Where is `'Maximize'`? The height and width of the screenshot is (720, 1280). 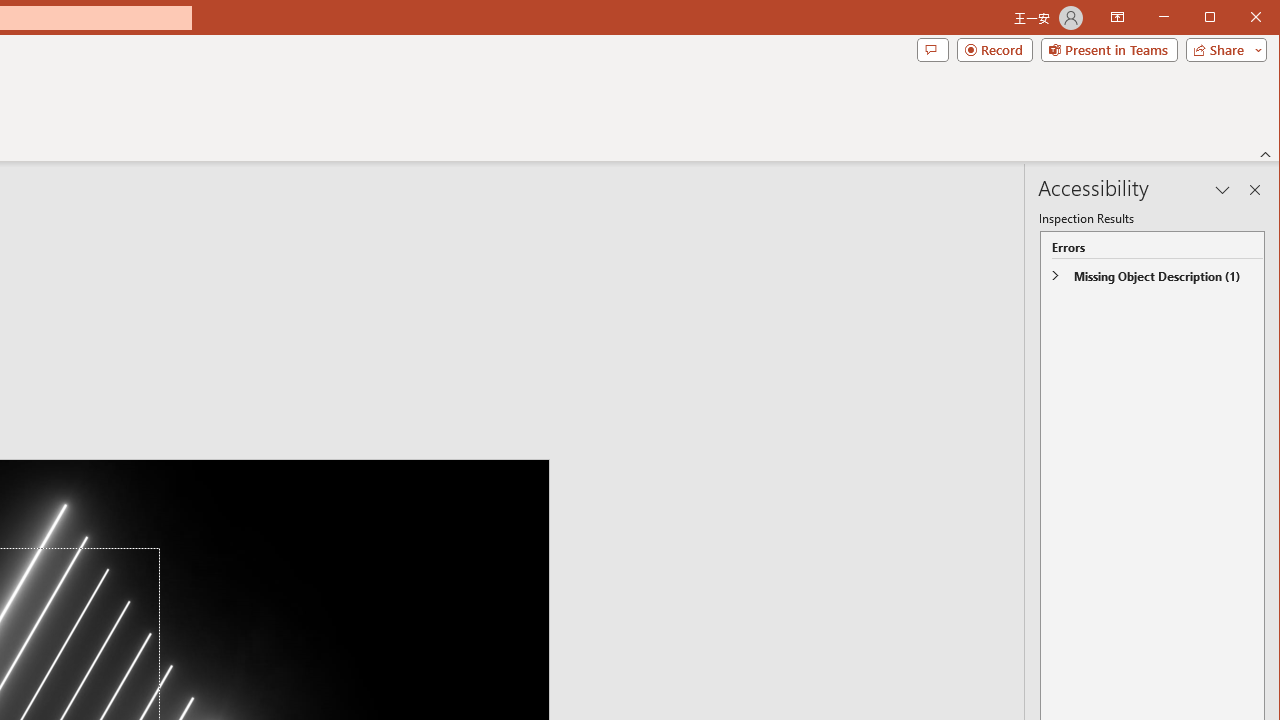
'Maximize' is located at coordinates (1238, 19).